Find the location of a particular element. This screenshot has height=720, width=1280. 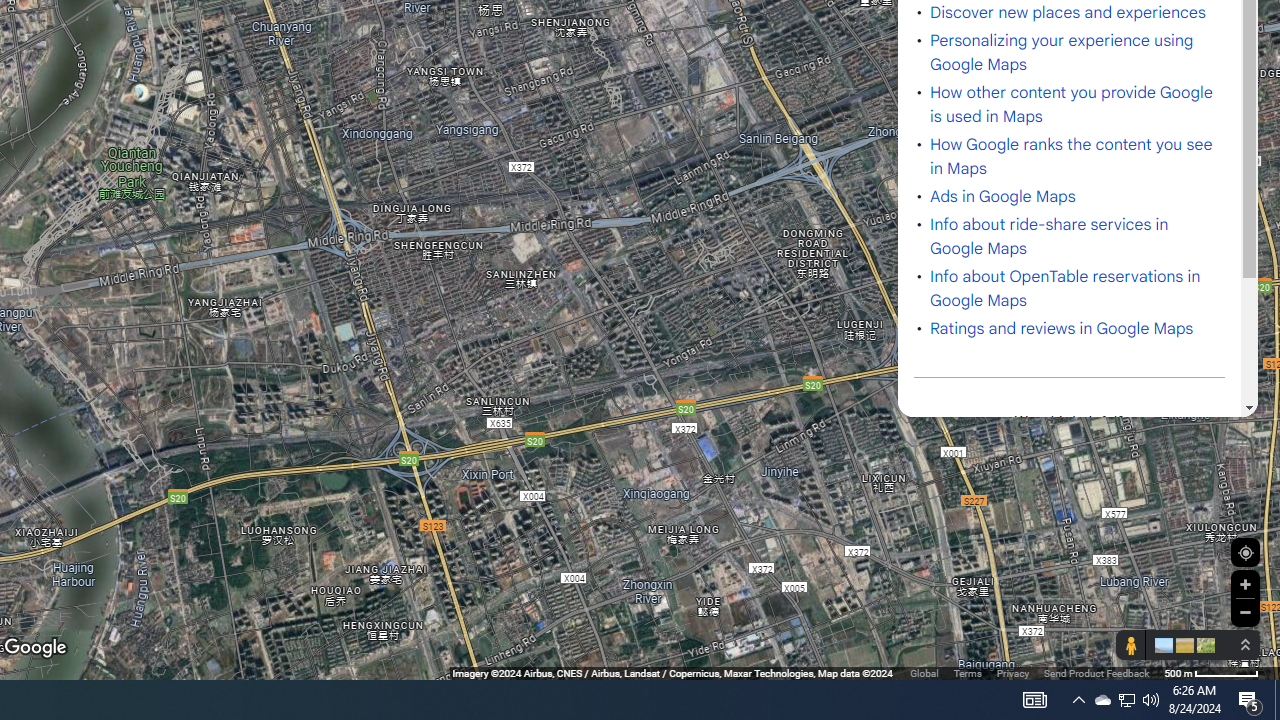

'Zoom in' is located at coordinates (1244, 584).